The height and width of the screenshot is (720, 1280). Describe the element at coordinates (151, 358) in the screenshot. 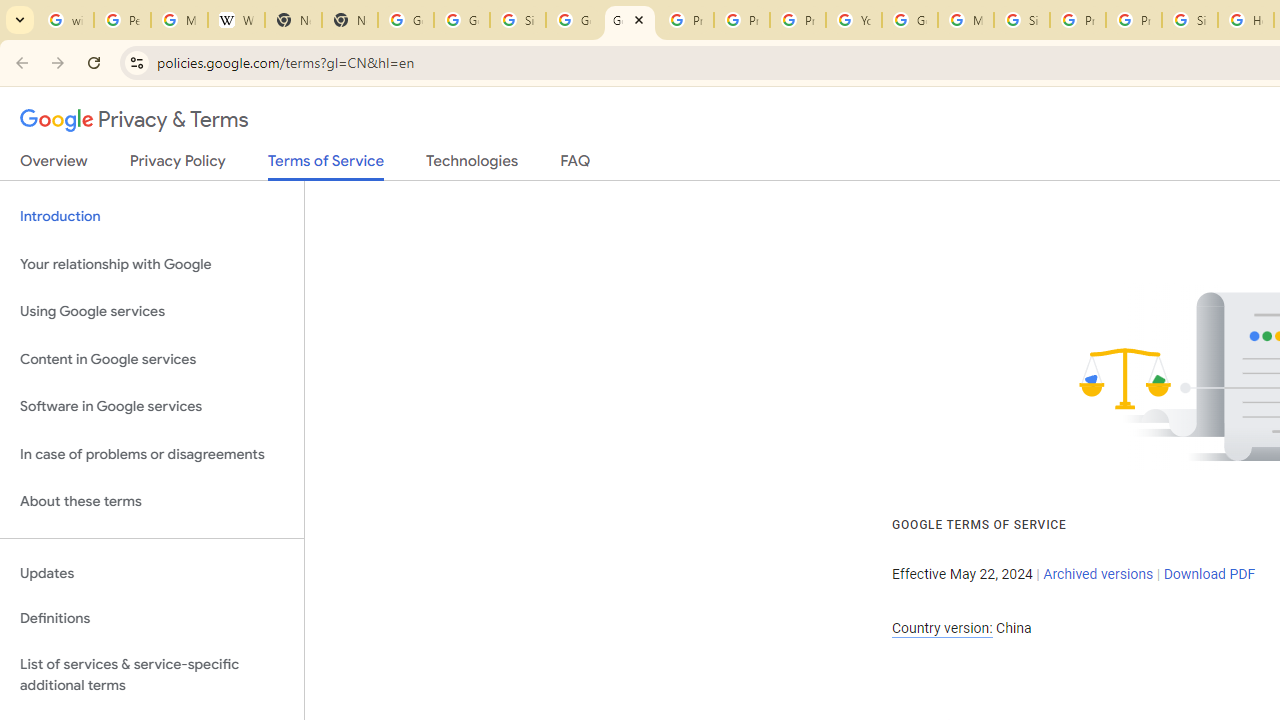

I see `'Content in Google services'` at that location.